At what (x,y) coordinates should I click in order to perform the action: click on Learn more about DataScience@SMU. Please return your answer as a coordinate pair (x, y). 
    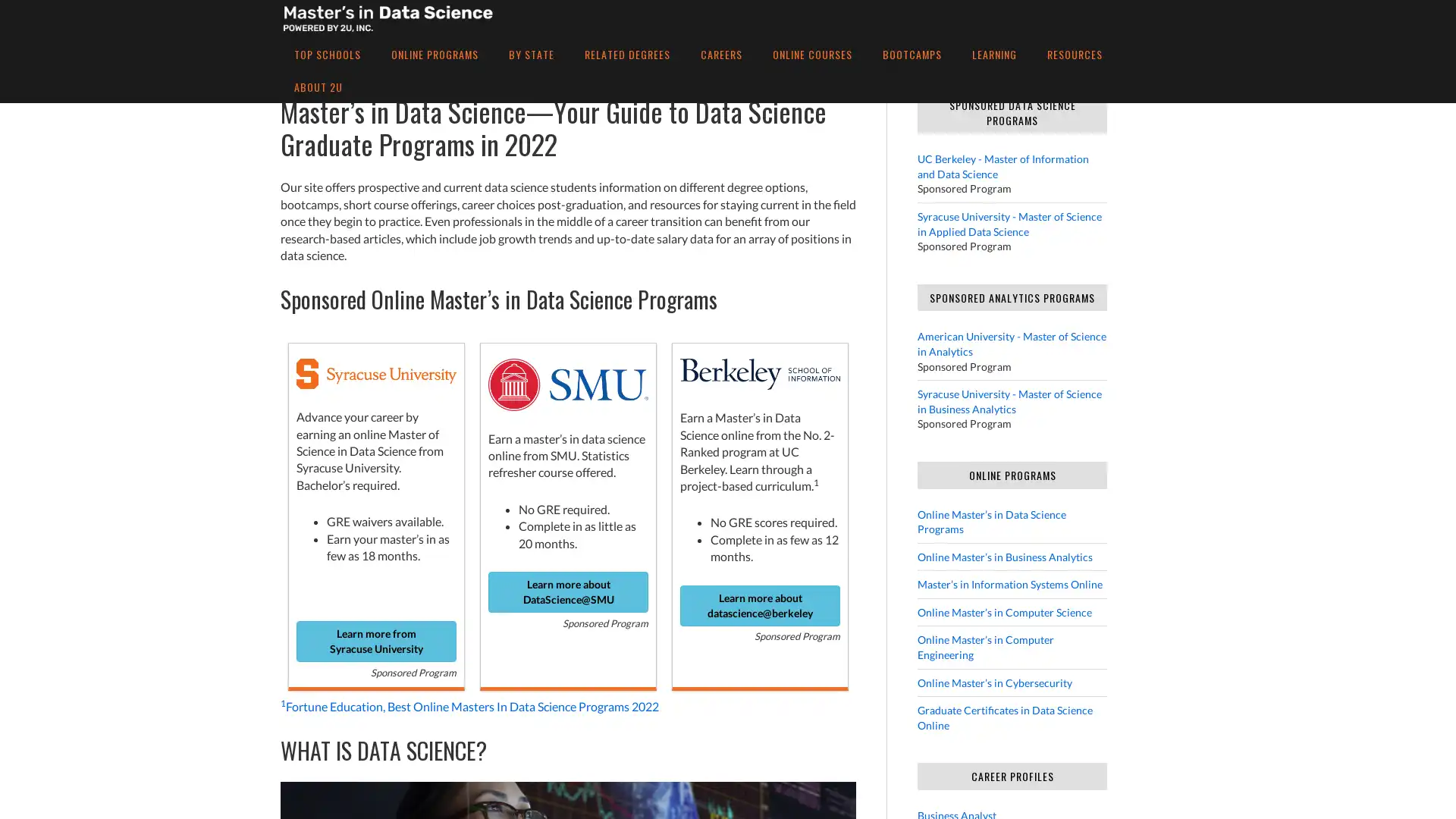
    Looking at the image, I should click on (567, 590).